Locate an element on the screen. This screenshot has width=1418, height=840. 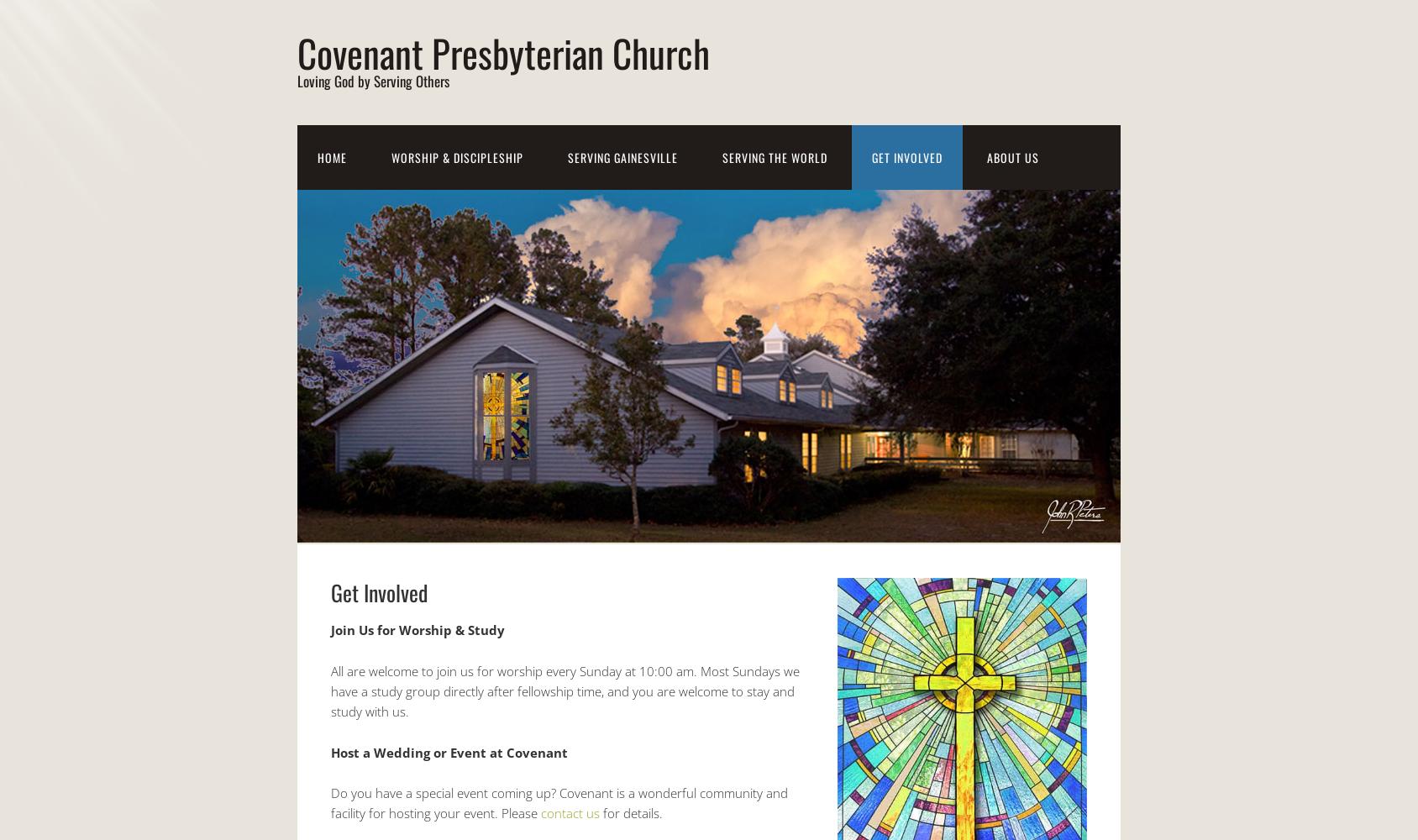
'Covenant Presbyterian Church' is located at coordinates (503, 52).